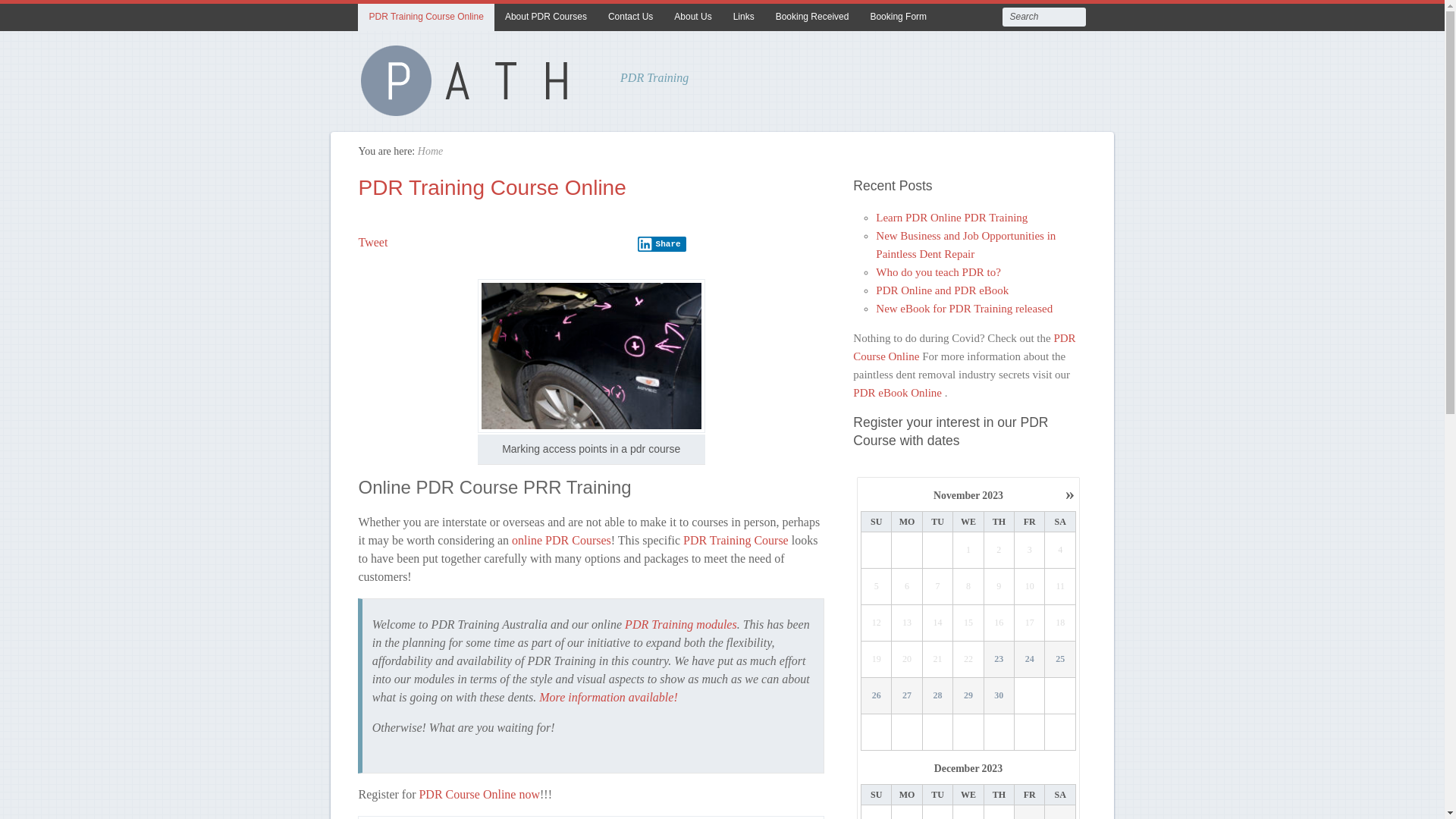 Image resolution: width=1456 pixels, height=819 pixels. I want to click on 'About PDR Courses', so click(546, 17).